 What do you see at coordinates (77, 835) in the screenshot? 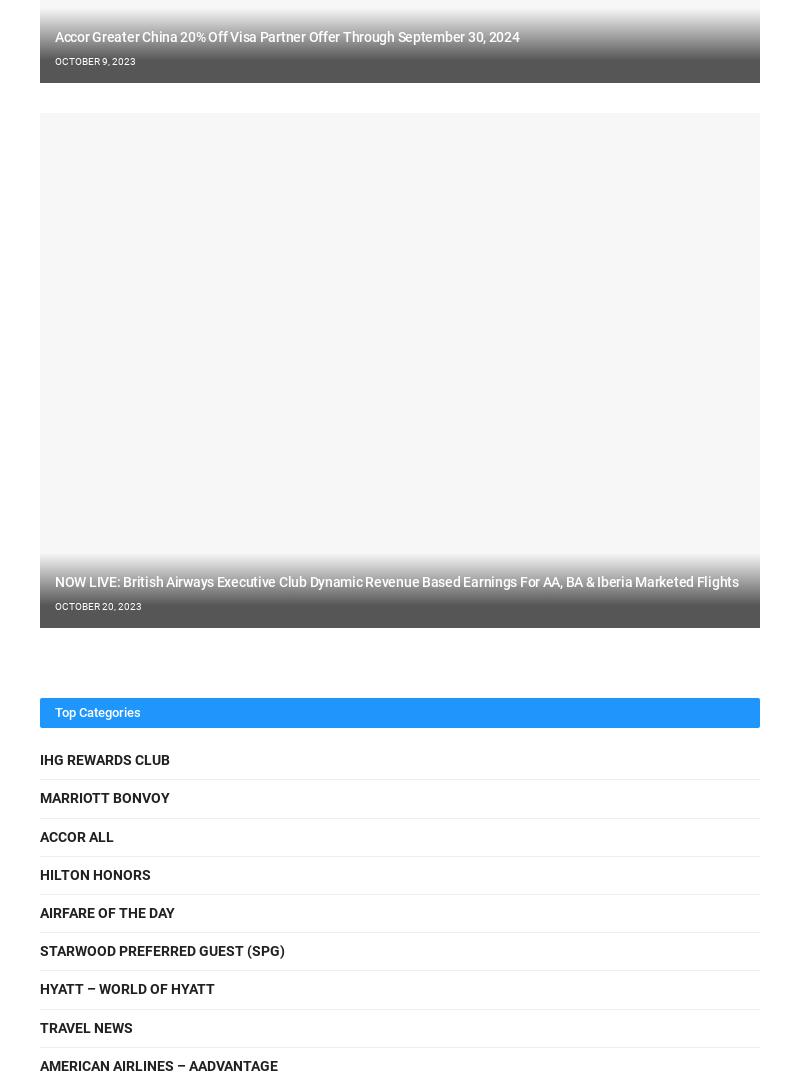
I see `'Accor ALL'` at bounding box center [77, 835].